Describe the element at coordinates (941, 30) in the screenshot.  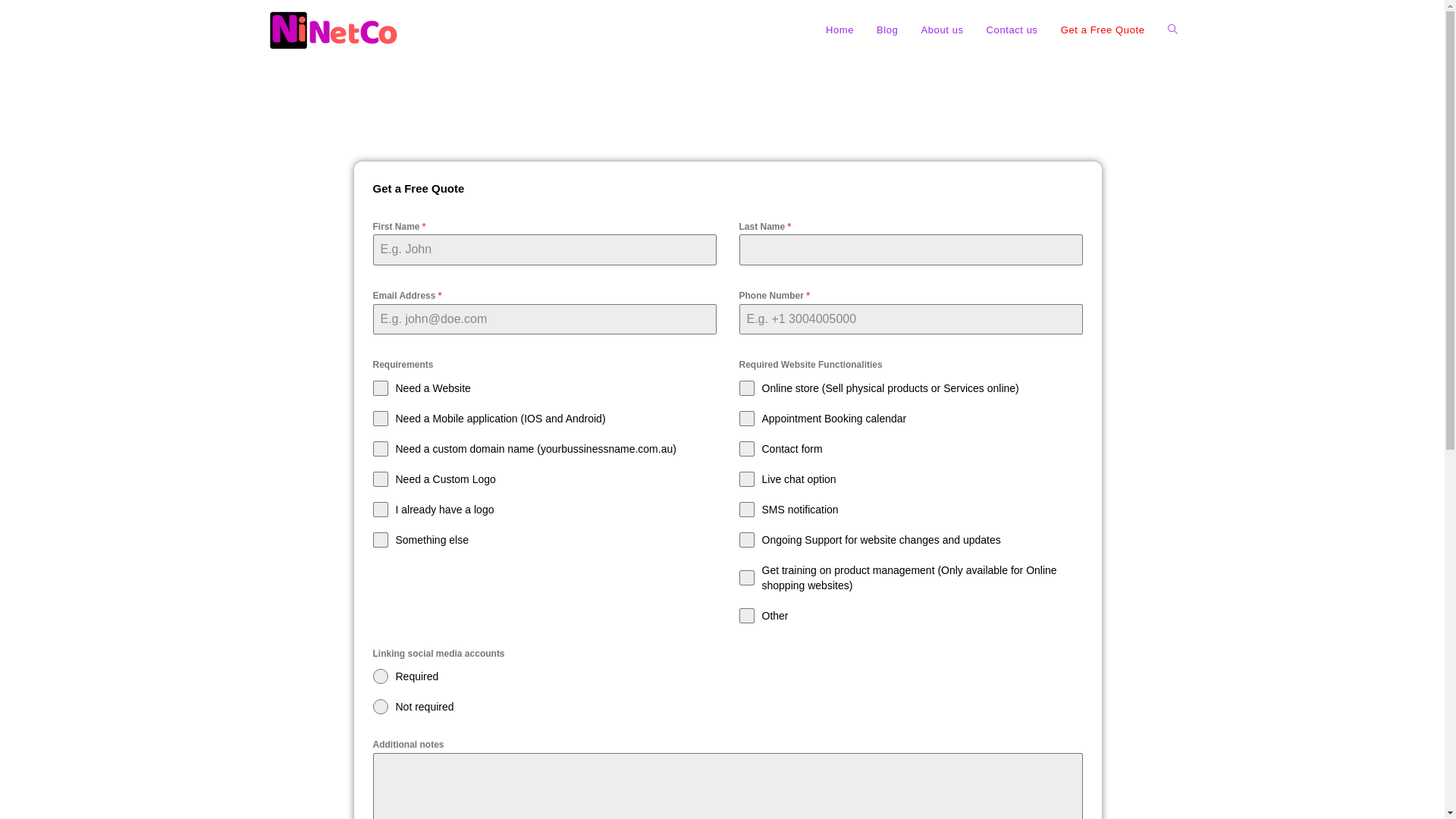
I see `'About us'` at that location.